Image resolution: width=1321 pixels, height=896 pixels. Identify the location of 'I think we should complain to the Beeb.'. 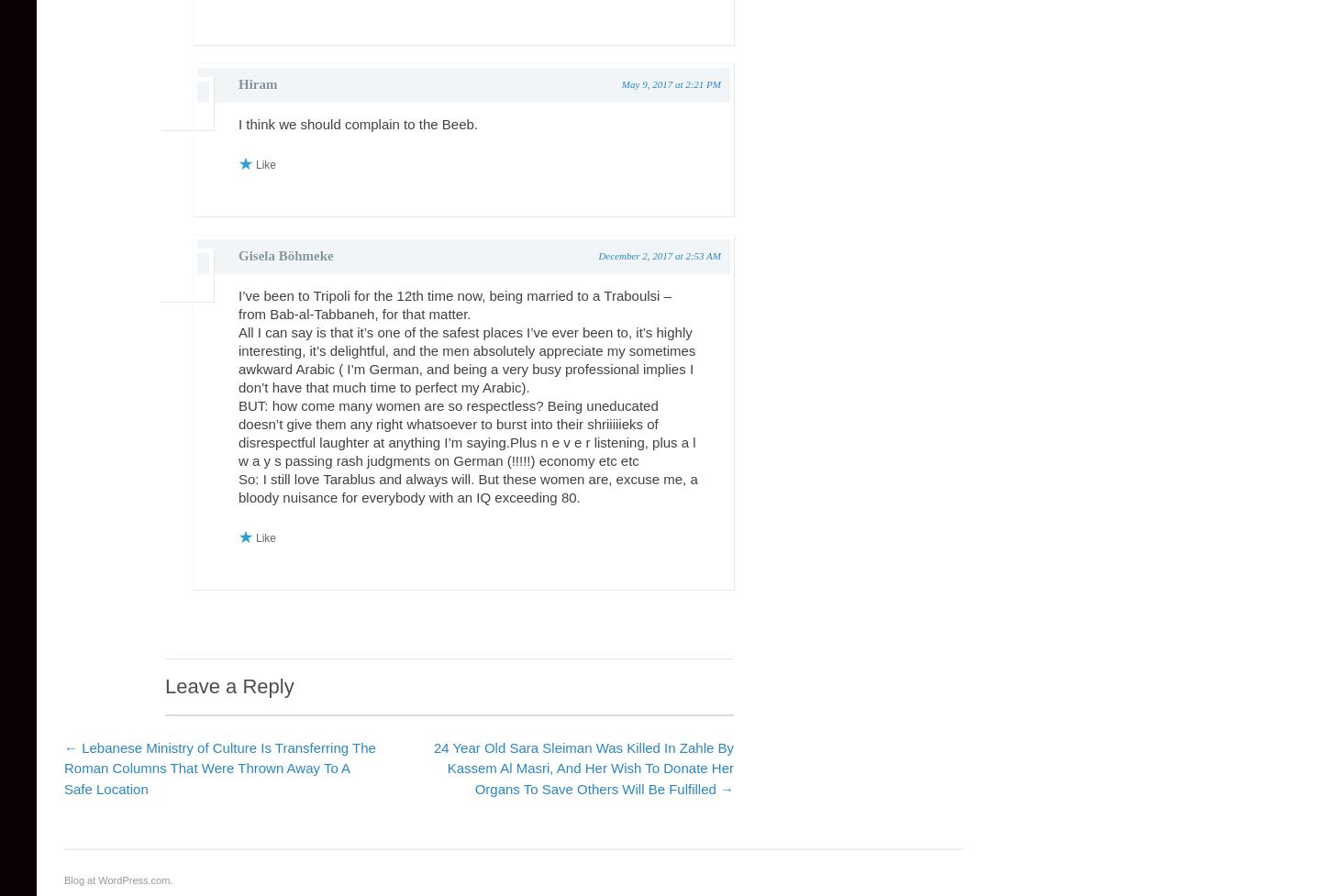
(357, 124).